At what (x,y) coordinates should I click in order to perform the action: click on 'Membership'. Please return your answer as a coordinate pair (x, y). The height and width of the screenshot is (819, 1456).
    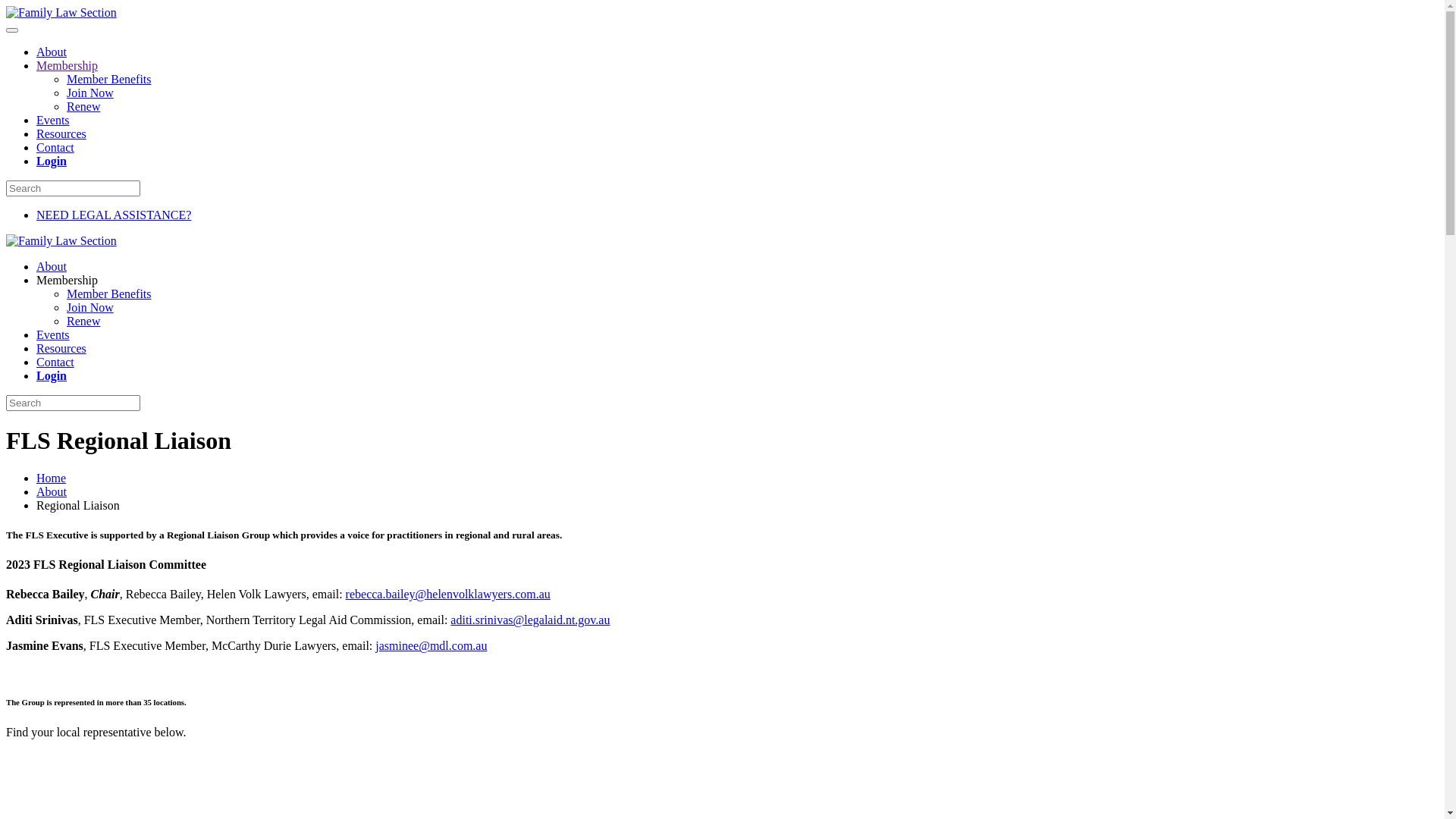
    Looking at the image, I should click on (66, 64).